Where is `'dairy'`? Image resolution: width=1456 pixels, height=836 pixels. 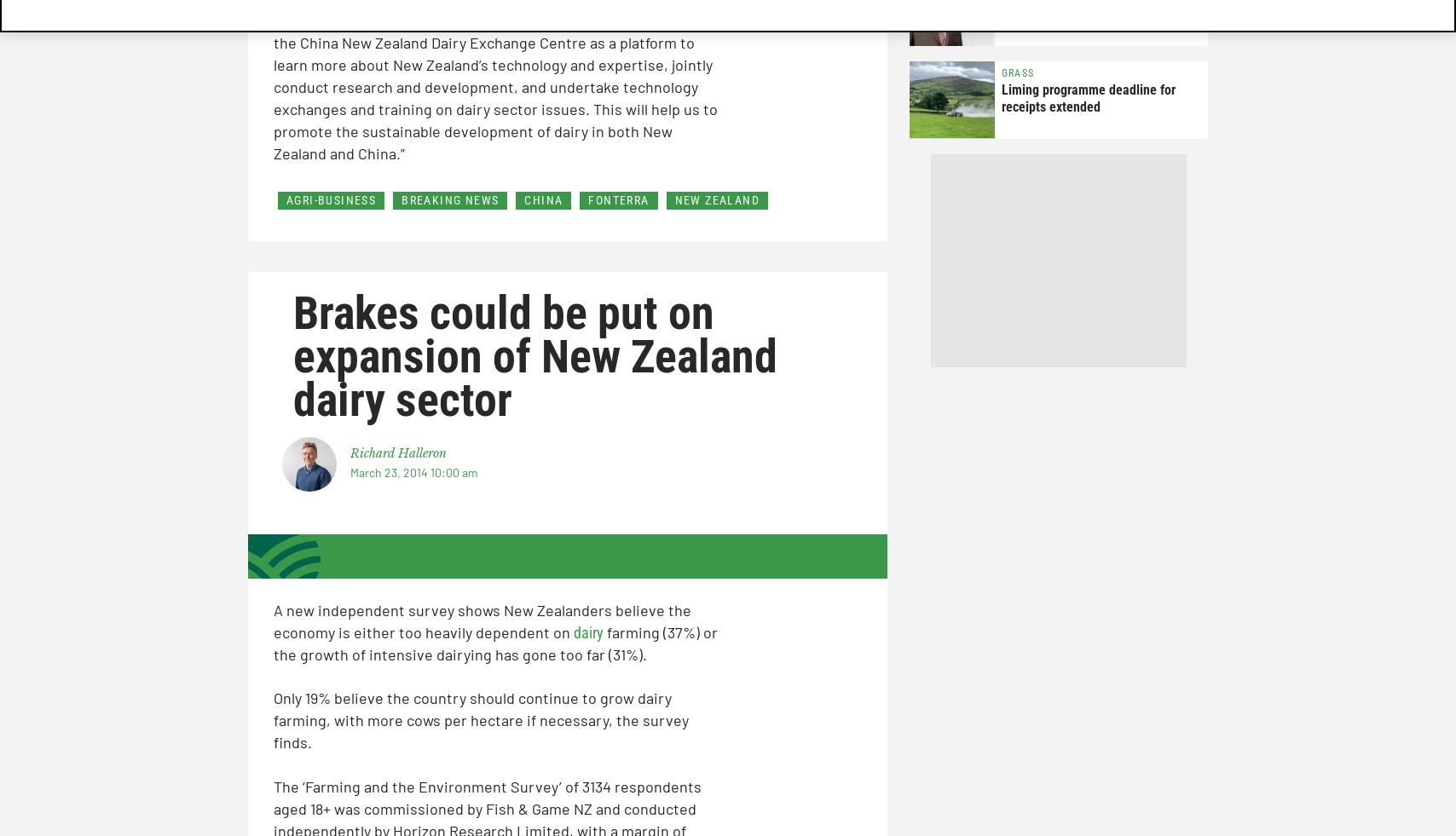 'dairy' is located at coordinates (590, 631).